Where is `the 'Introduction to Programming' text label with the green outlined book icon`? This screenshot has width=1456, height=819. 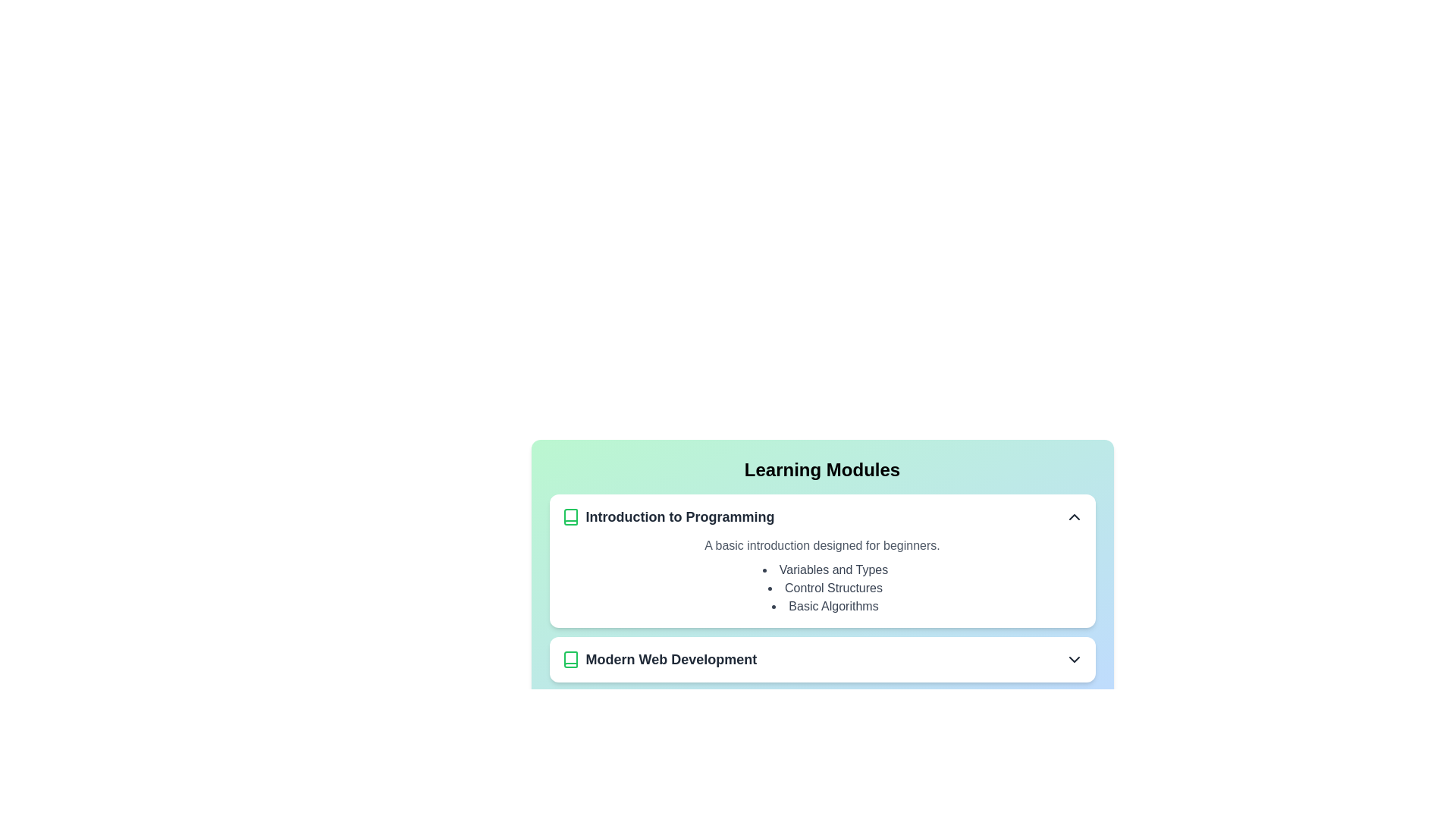 the 'Introduction to Programming' text label with the green outlined book icon is located at coordinates (667, 516).